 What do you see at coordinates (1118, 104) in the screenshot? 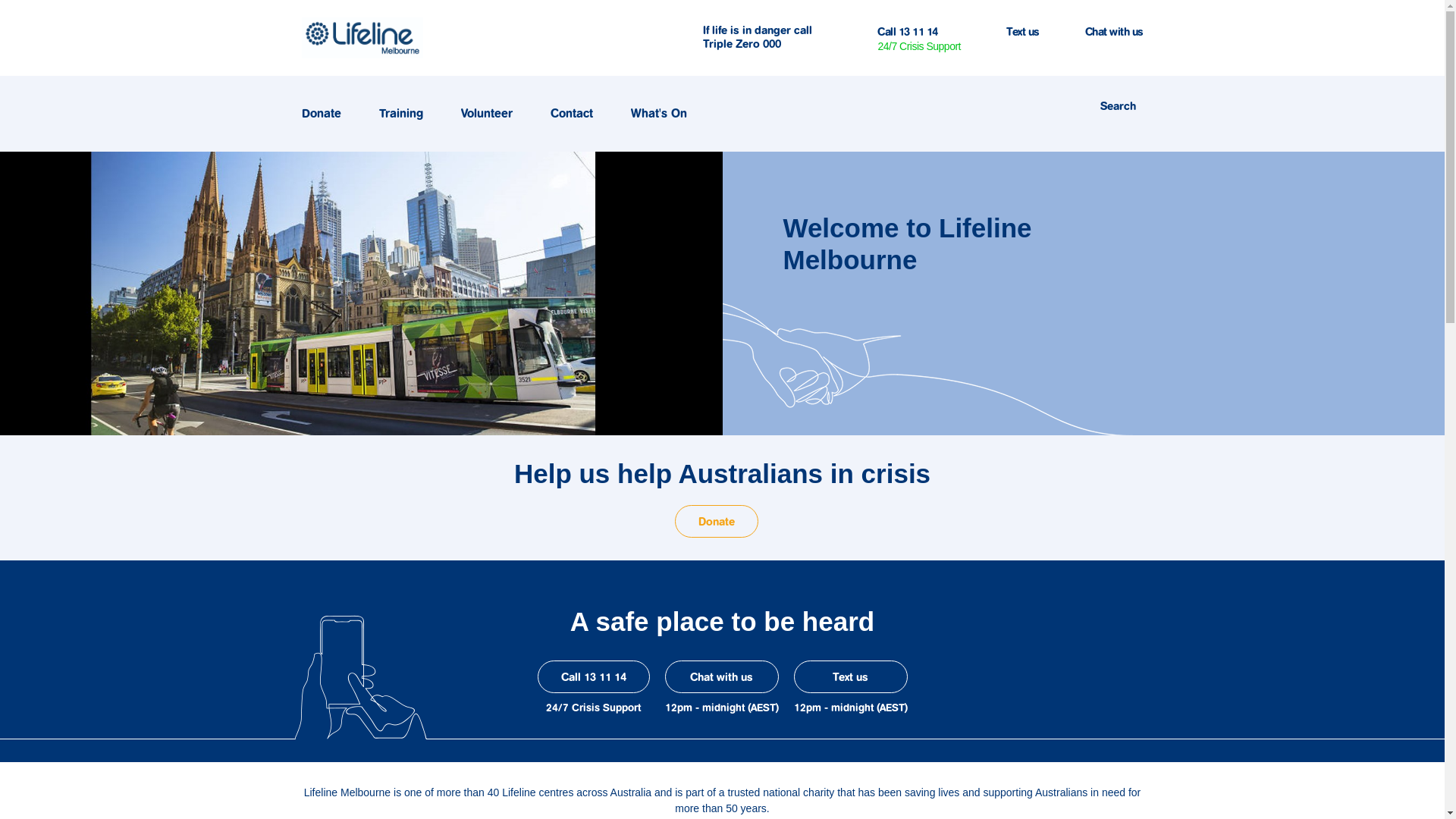
I see `'Search'` at bounding box center [1118, 104].